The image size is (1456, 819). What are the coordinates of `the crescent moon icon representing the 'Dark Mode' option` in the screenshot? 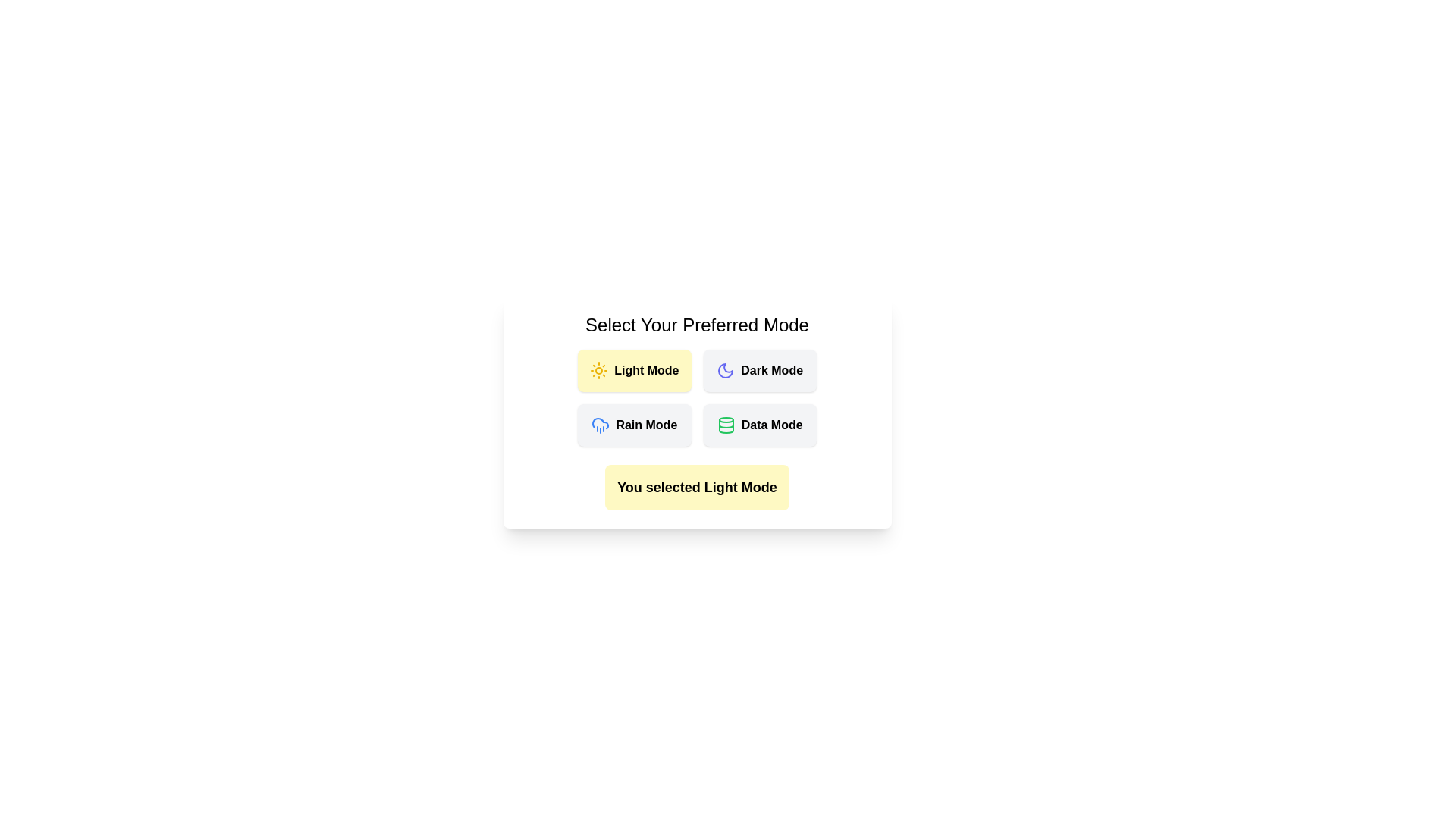 It's located at (725, 371).